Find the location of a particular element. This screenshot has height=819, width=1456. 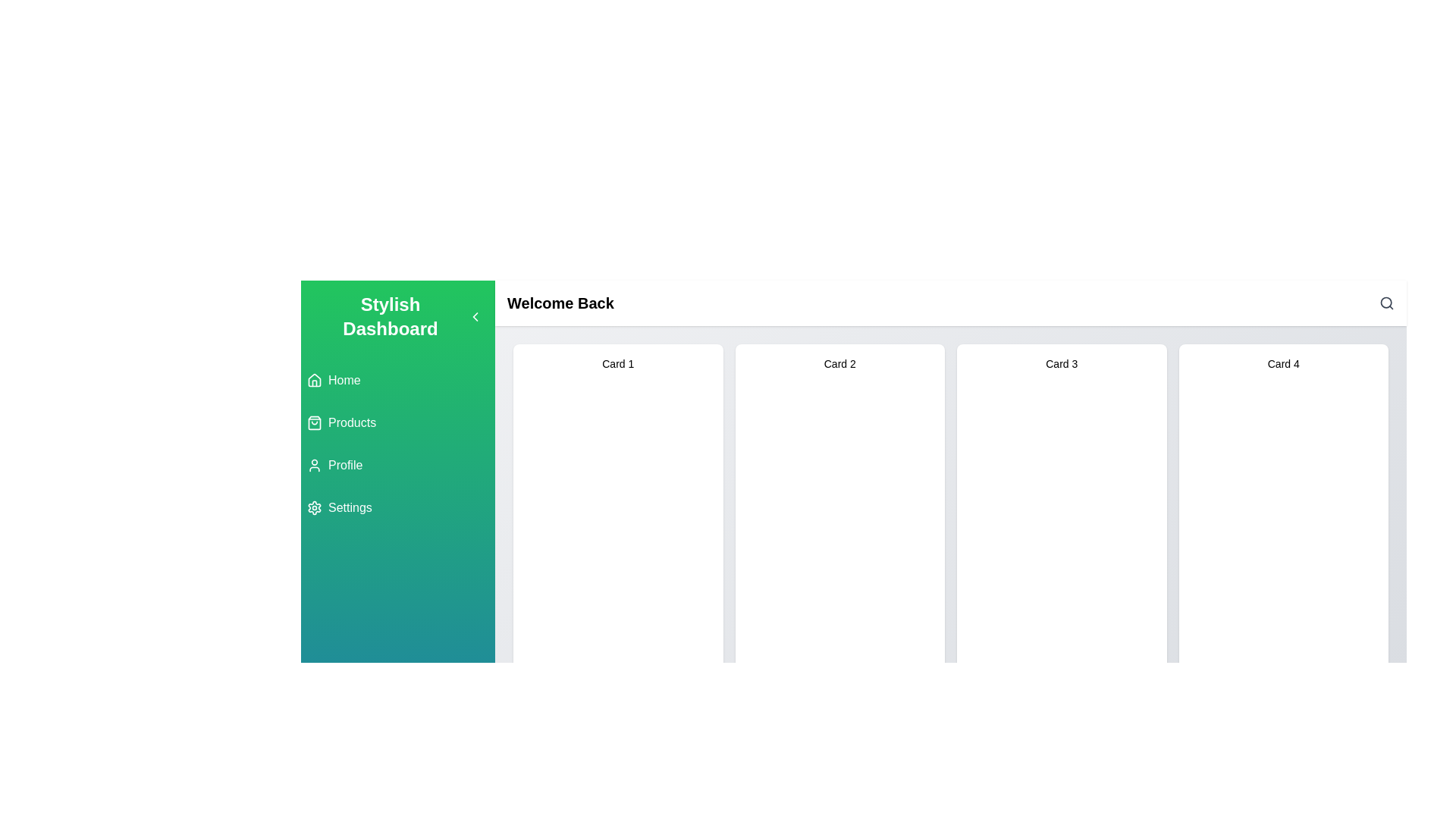

the text label that identifies 'Card 3' located centrally within the card in the main content area is located at coordinates (1061, 363).